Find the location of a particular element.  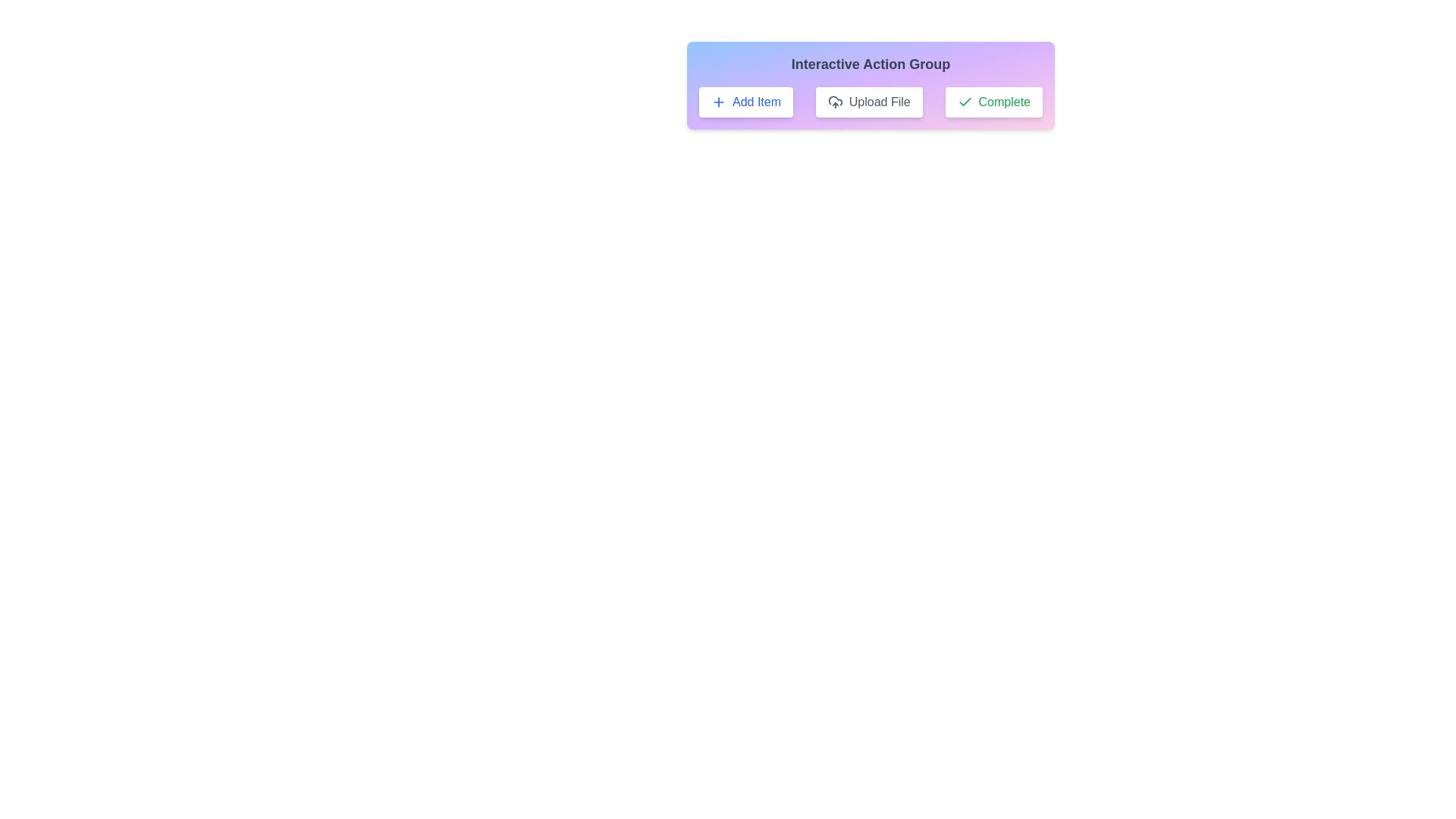

the label text of the upload button located in the middle of the interface, adjacent to the cloud upload icon, between the 'Add Item' and 'Complete' buttons is located at coordinates (880, 102).